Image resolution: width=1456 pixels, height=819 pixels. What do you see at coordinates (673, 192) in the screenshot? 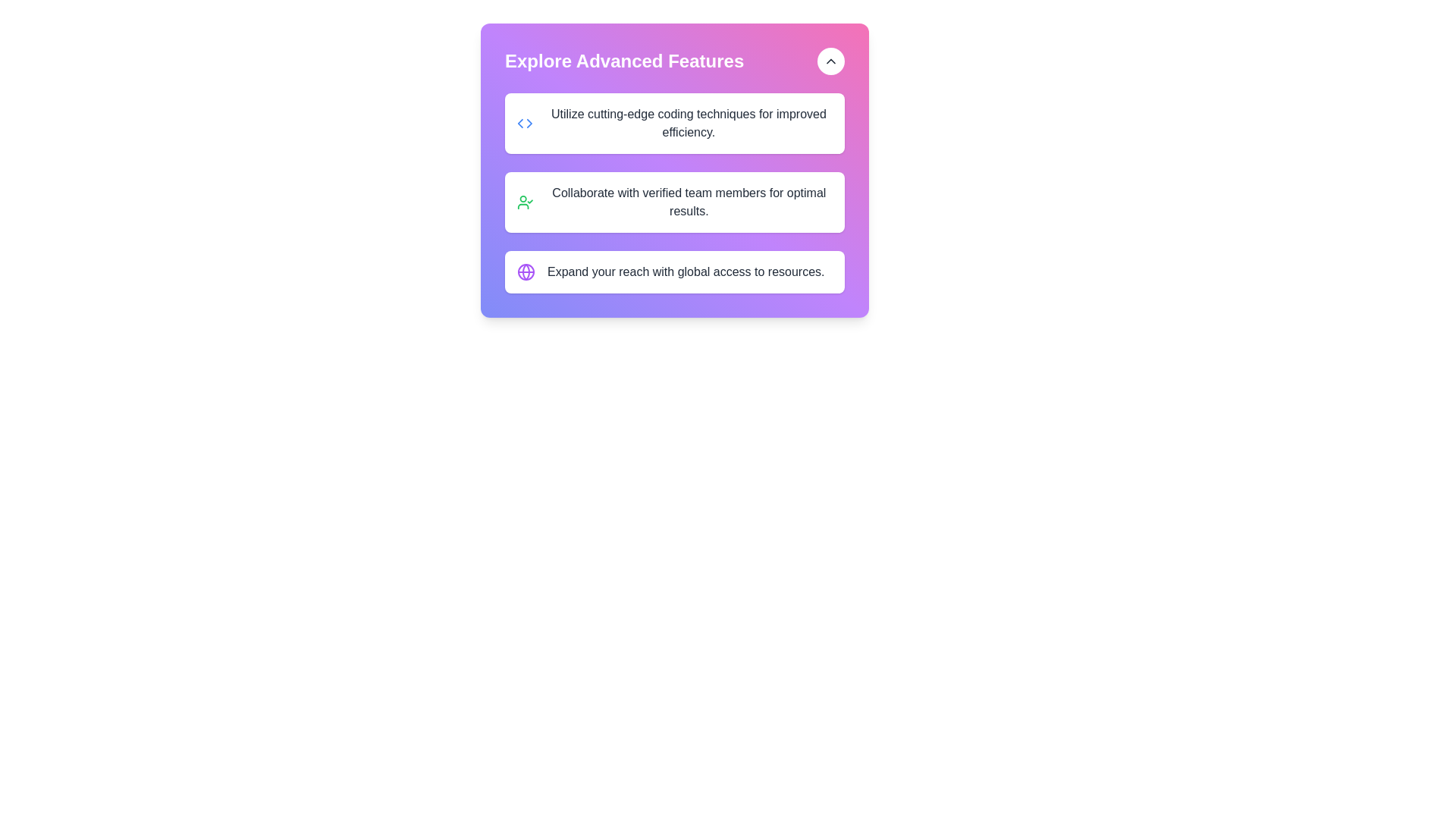
I see `the icons on the composite informational panel titled 'Explore Advanced Features' for more information, which contains three sections of text with accompanying icons` at bounding box center [673, 192].